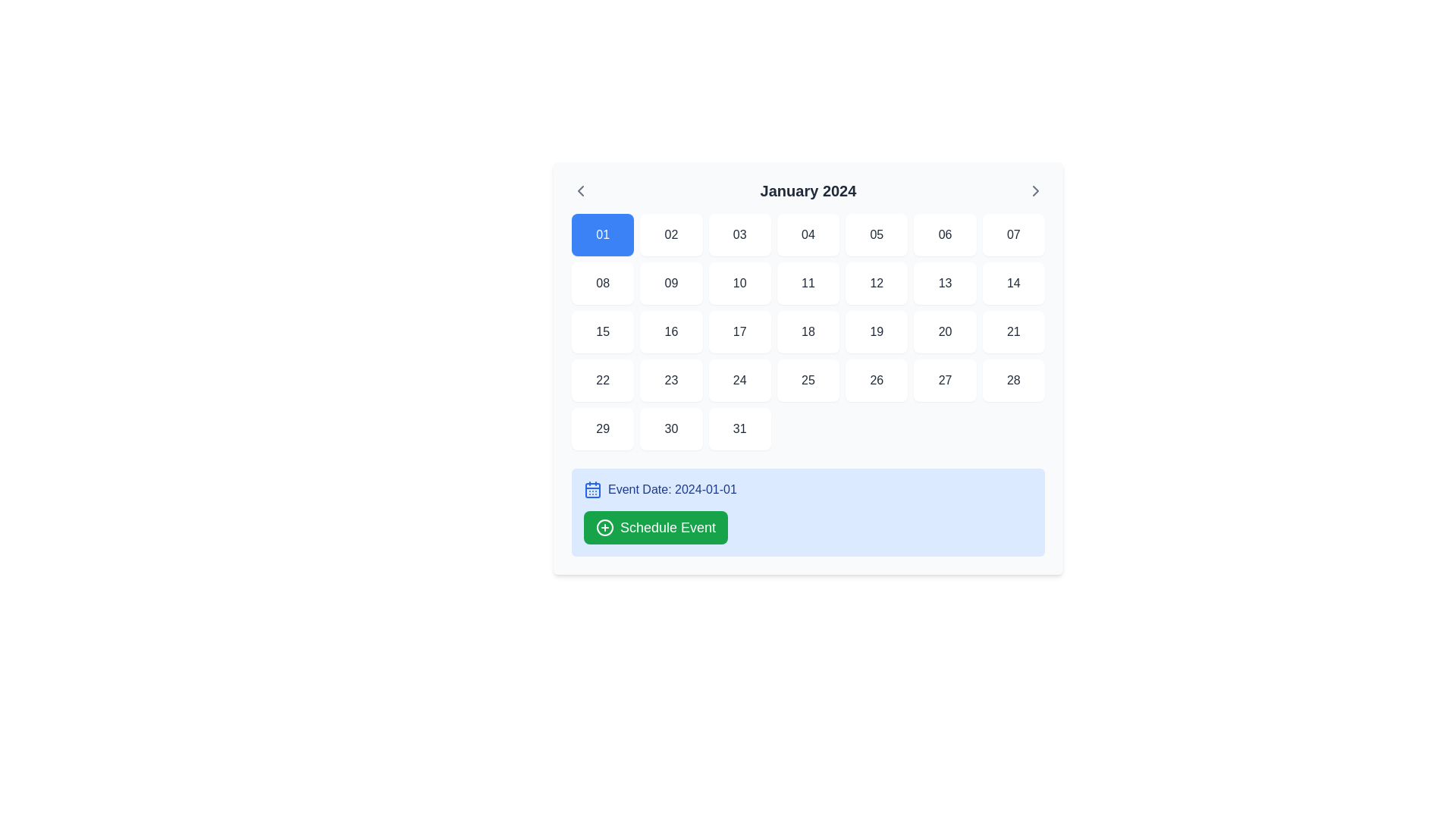  What do you see at coordinates (807, 331) in the screenshot?
I see `the rectangular button with rounded corners labeled '18'` at bounding box center [807, 331].